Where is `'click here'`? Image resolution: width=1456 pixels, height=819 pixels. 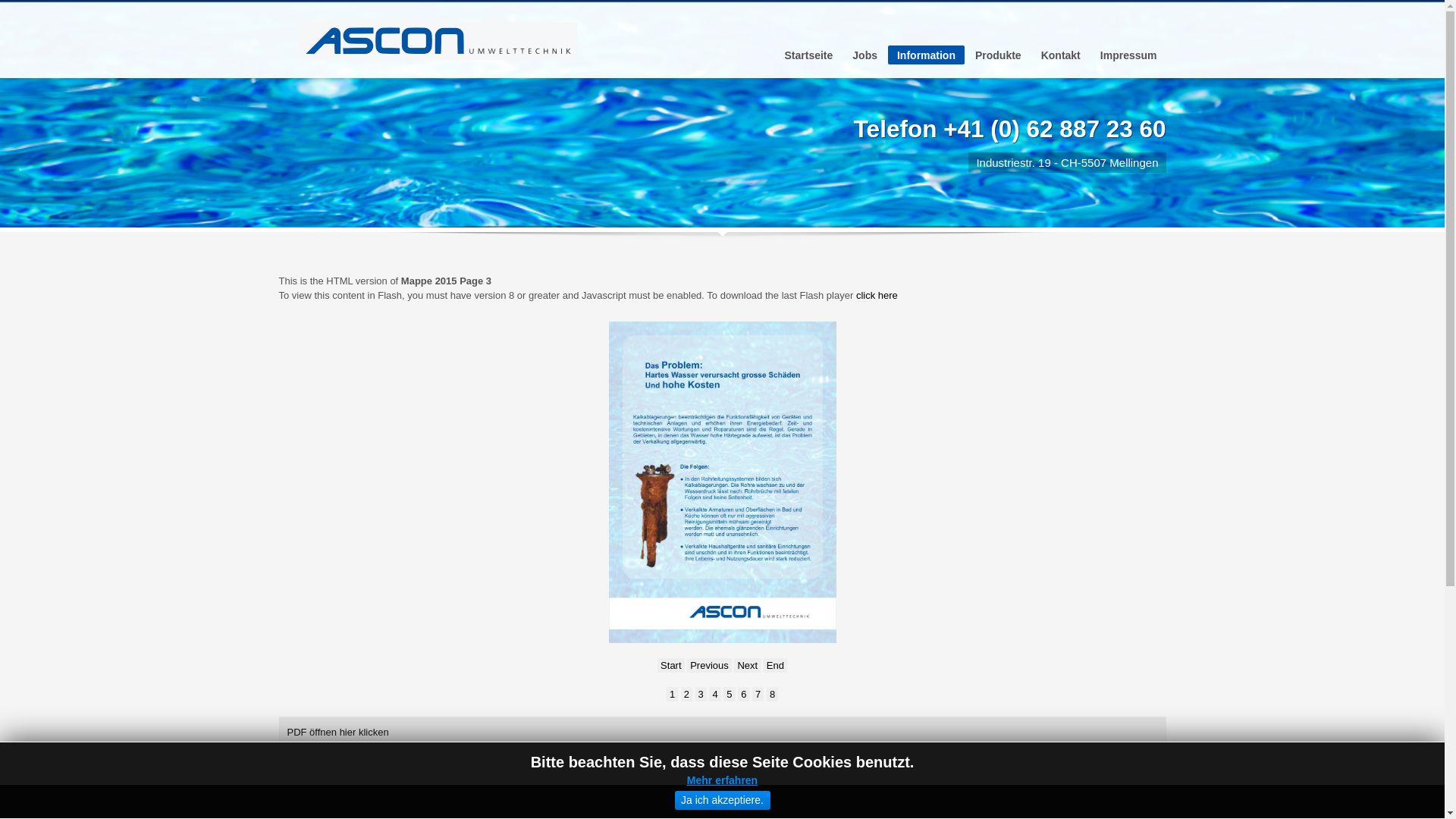
'click here' is located at coordinates (855, 295).